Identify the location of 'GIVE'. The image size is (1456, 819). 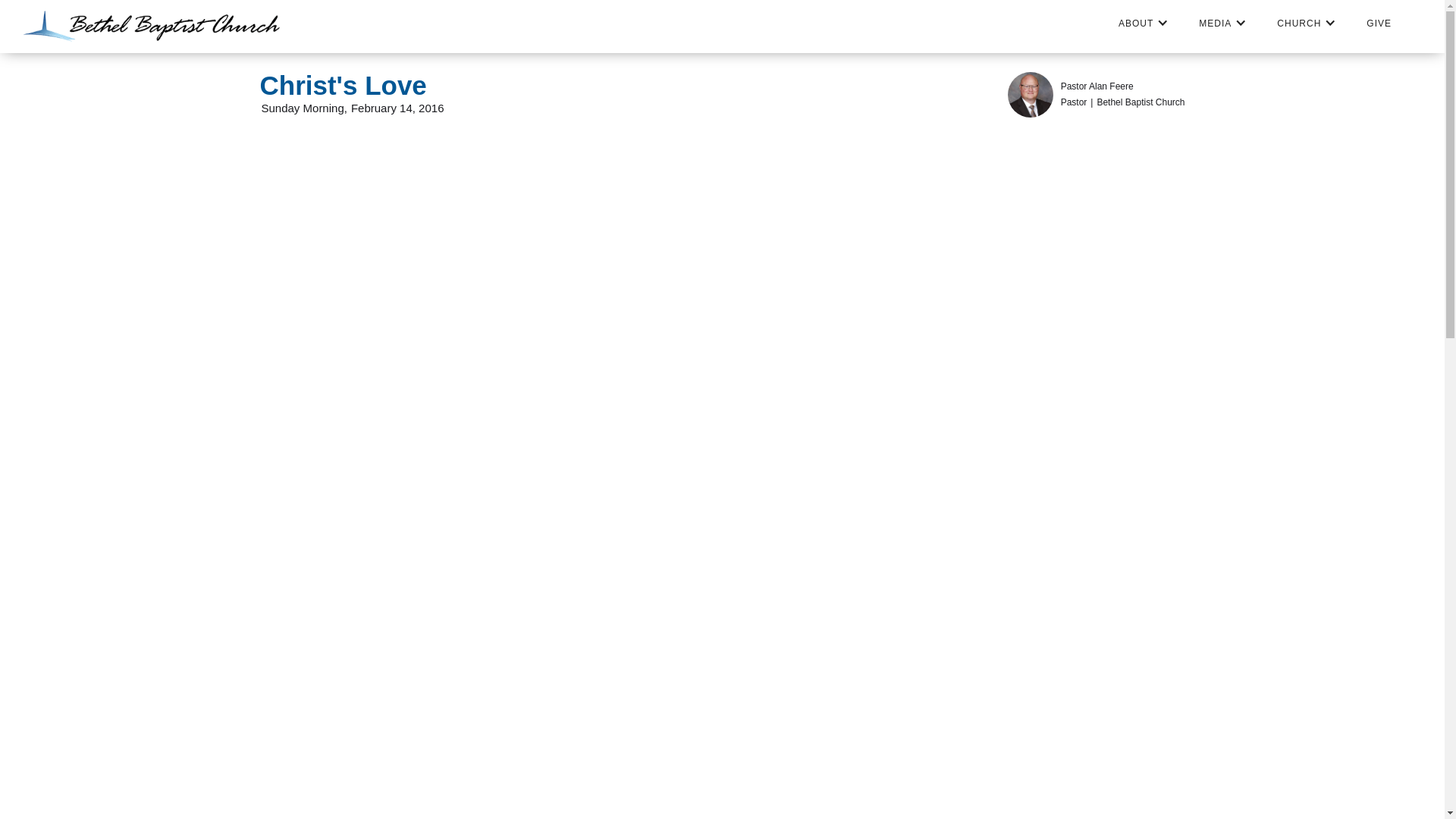
(1379, 23).